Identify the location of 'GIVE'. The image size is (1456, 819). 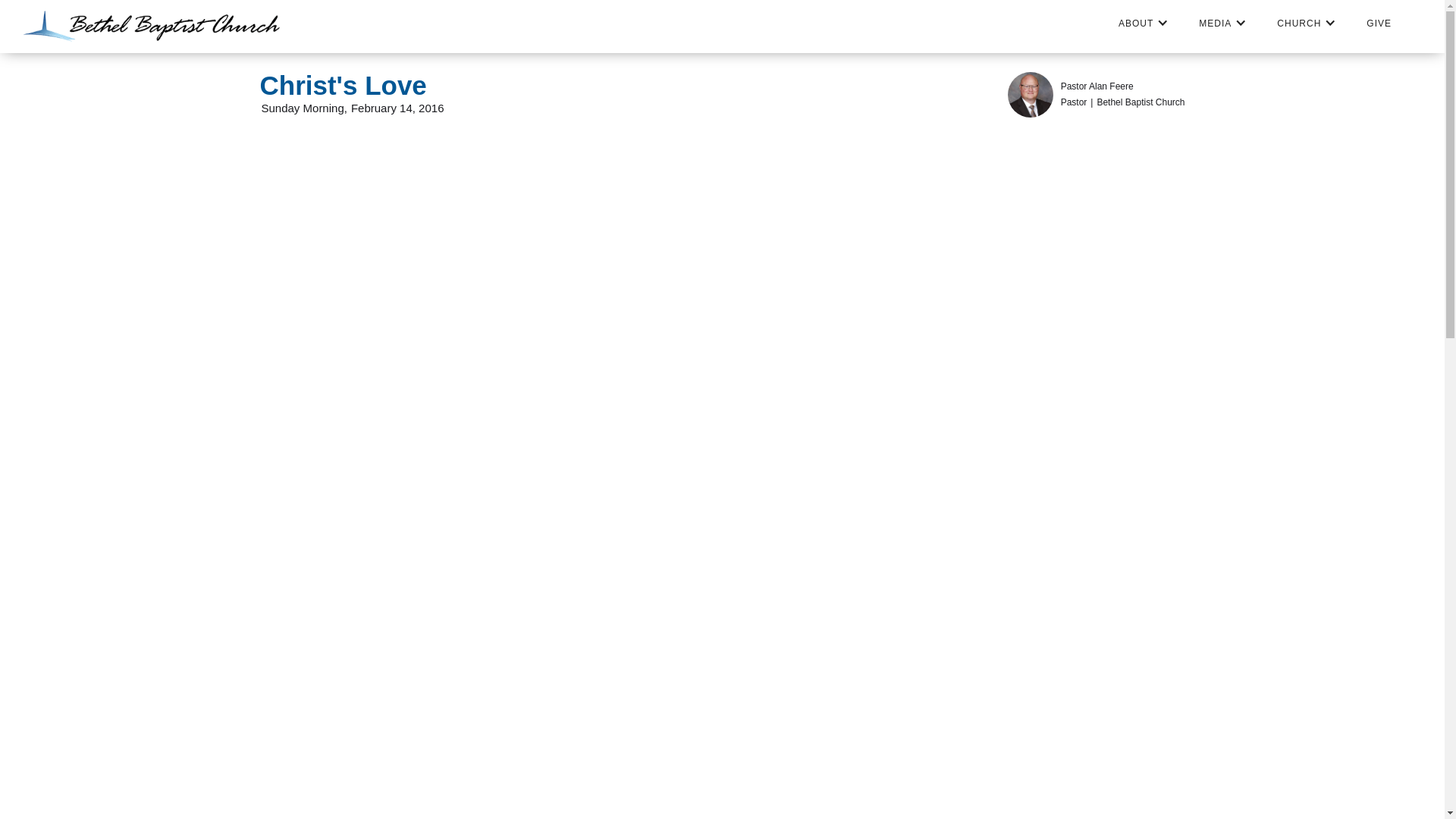
(1379, 23).